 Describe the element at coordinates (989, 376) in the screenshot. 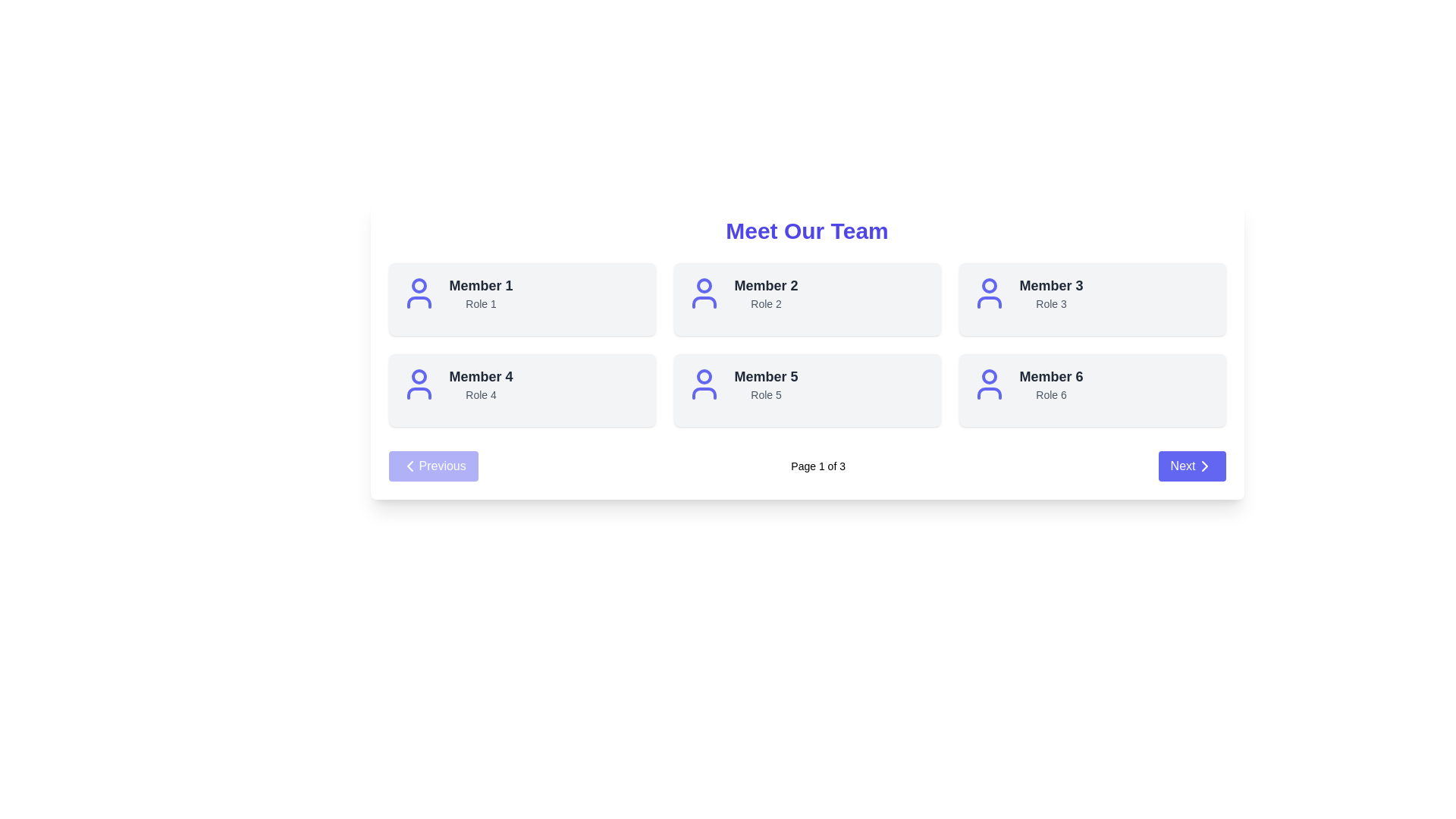

I see `circular figure representing the head of the user in the SVG icon for 'Member 6' via developer tools` at that location.